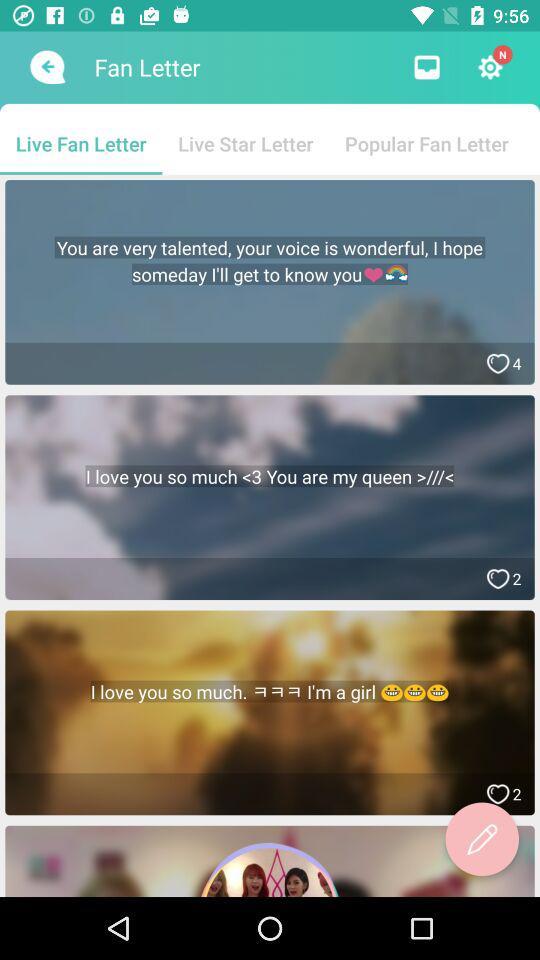  I want to click on the arrow_backward icon, so click(45, 67).